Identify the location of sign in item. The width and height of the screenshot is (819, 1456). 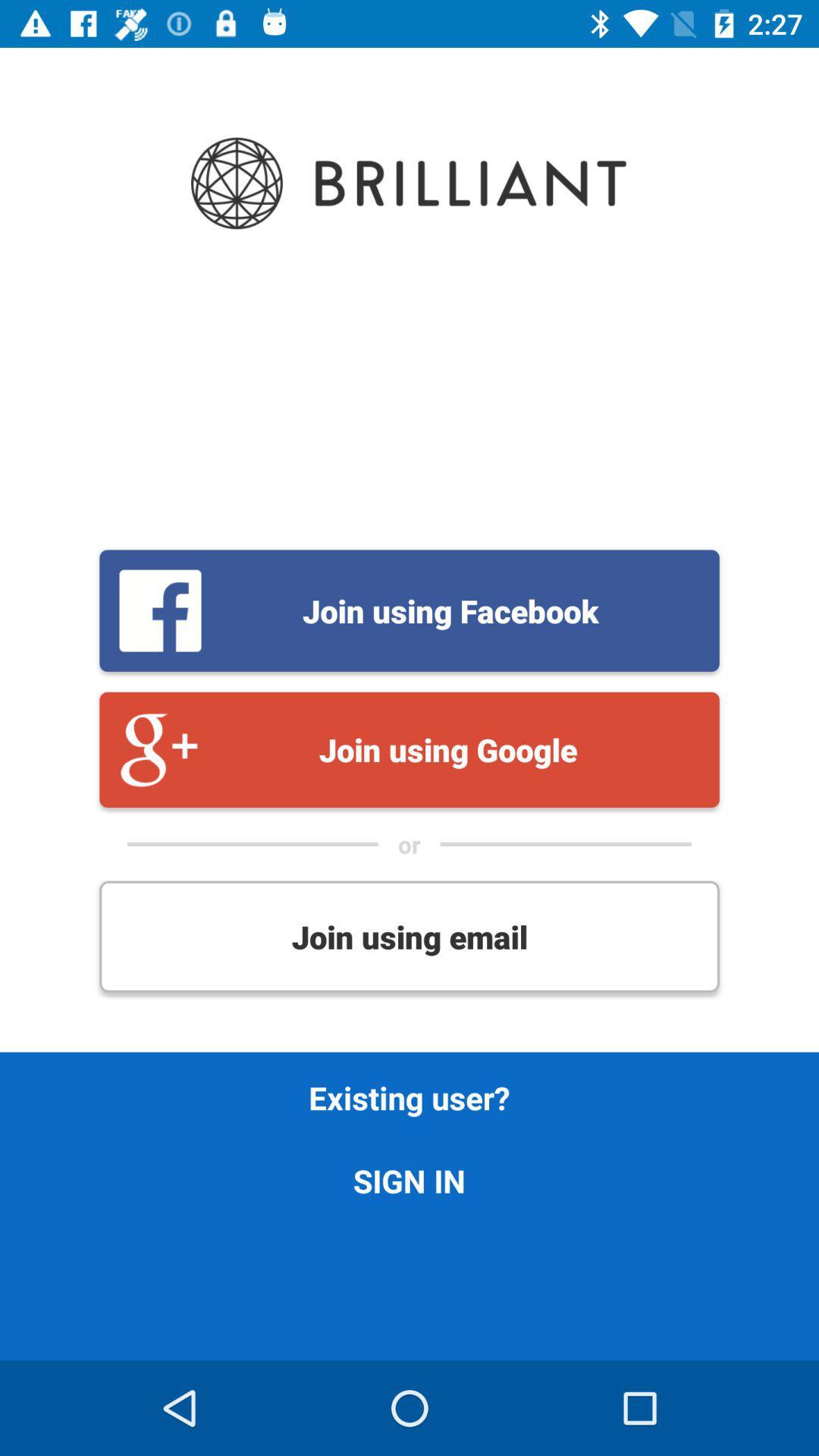
(409, 1179).